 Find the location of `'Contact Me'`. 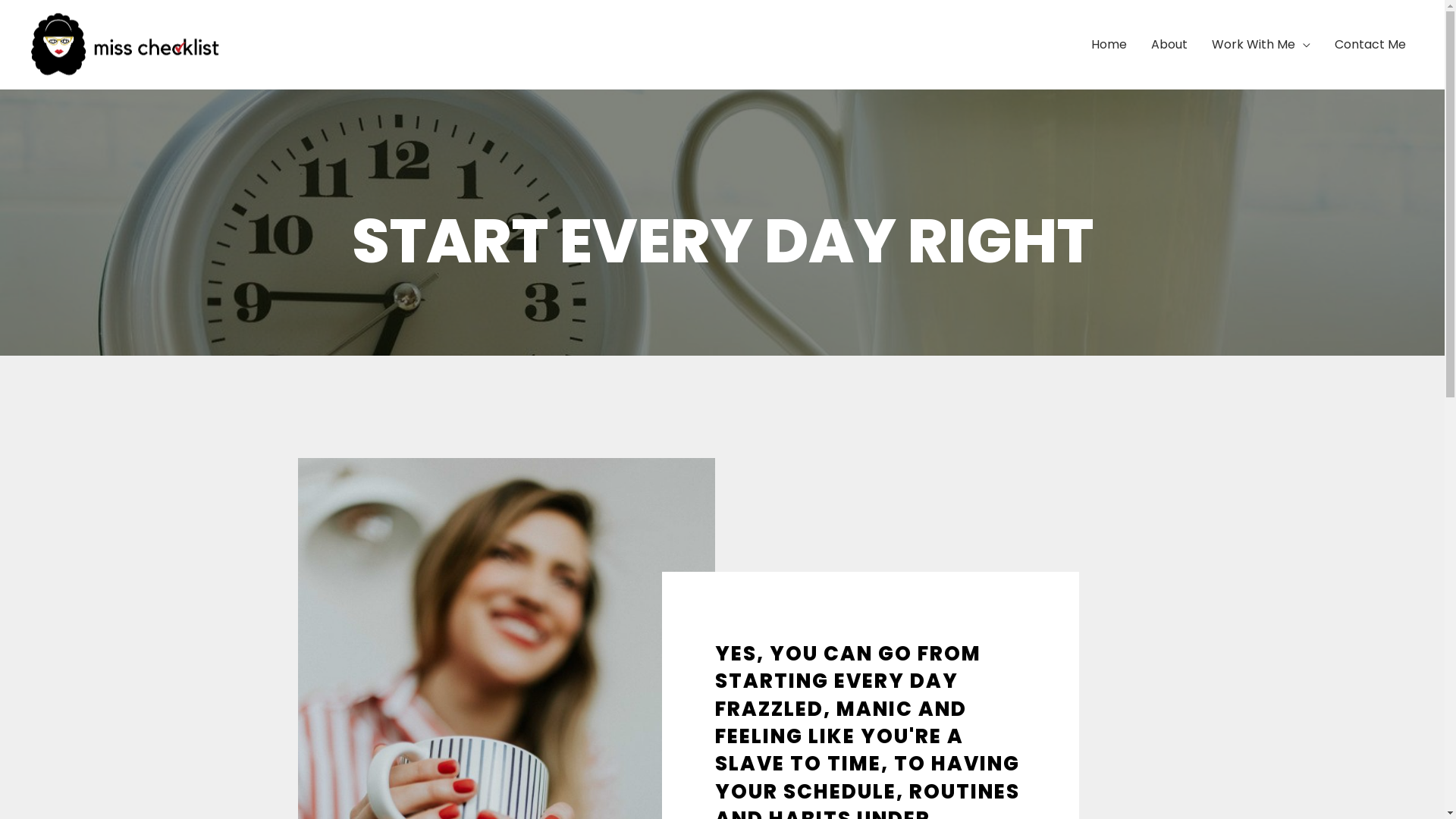

'Contact Me' is located at coordinates (1370, 43).